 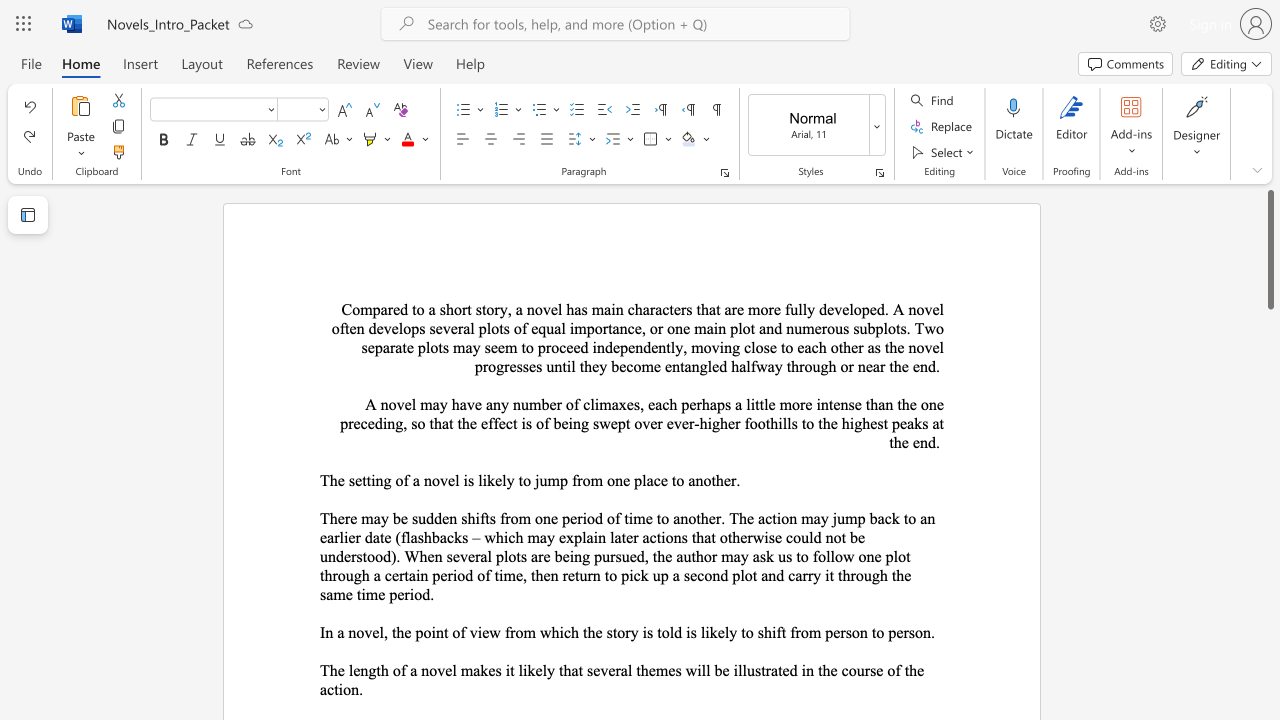 I want to click on the scrollbar on the right to shift the page lower, so click(x=1269, y=580).